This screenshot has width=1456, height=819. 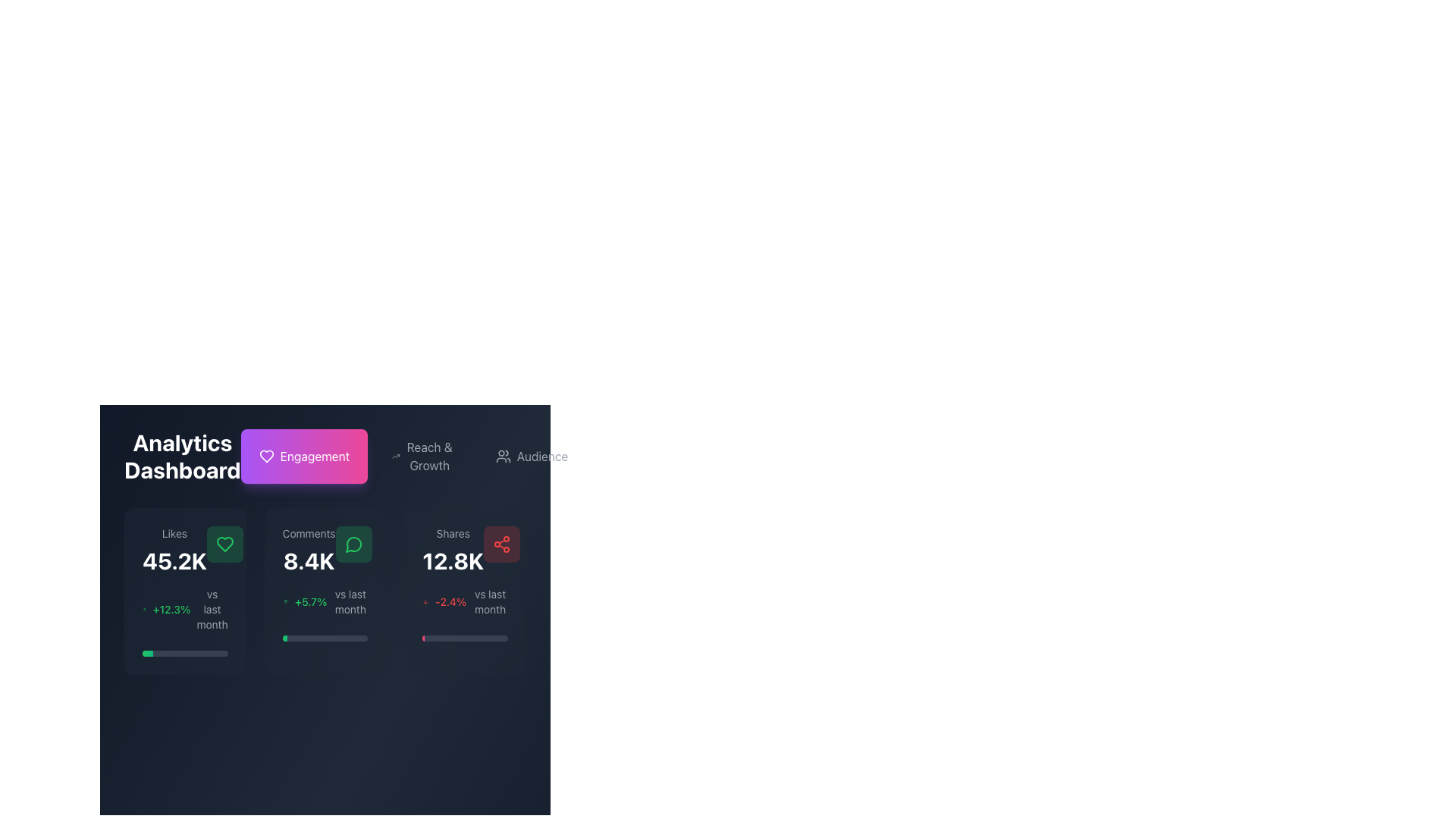 What do you see at coordinates (413, 455) in the screenshot?
I see `the 'Reach & Growth' button, which is a muted rectangular button located between 'Engagement' and 'Audience' in the navigation section` at bounding box center [413, 455].